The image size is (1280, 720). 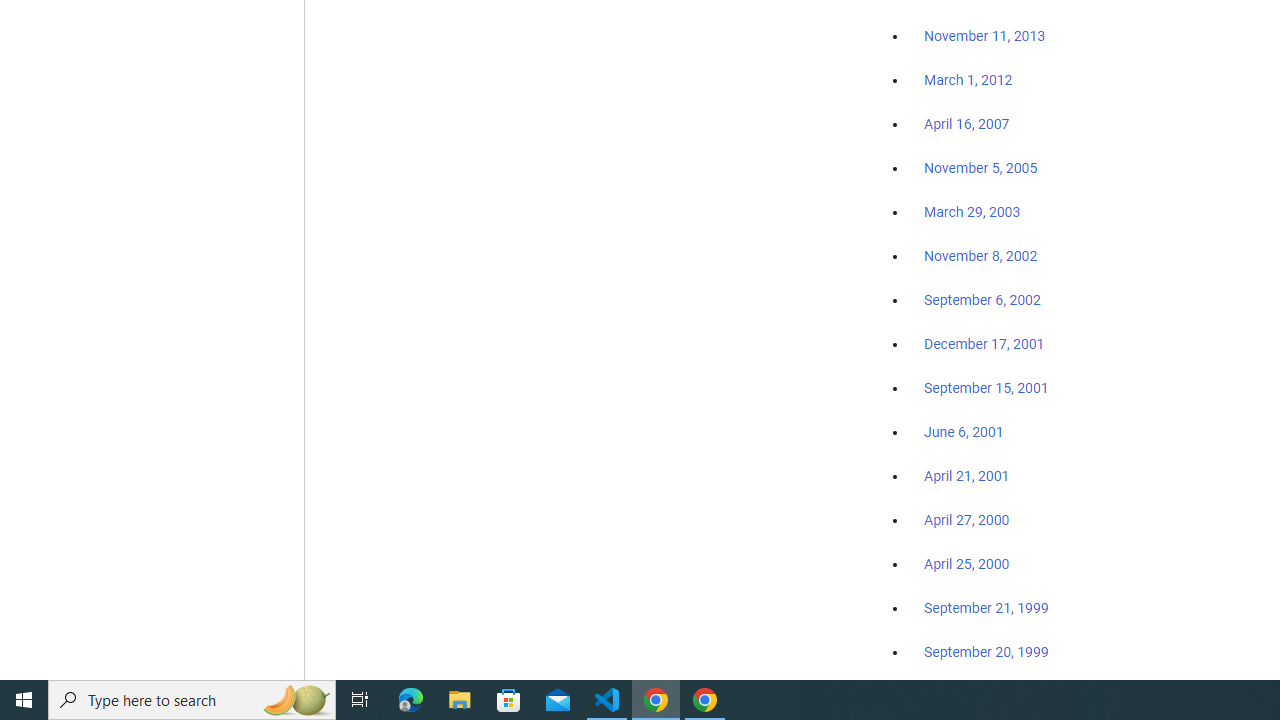 What do you see at coordinates (967, 476) in the screenshot?
I see `'April 21, 2001'` at bounding box center [967, 476].